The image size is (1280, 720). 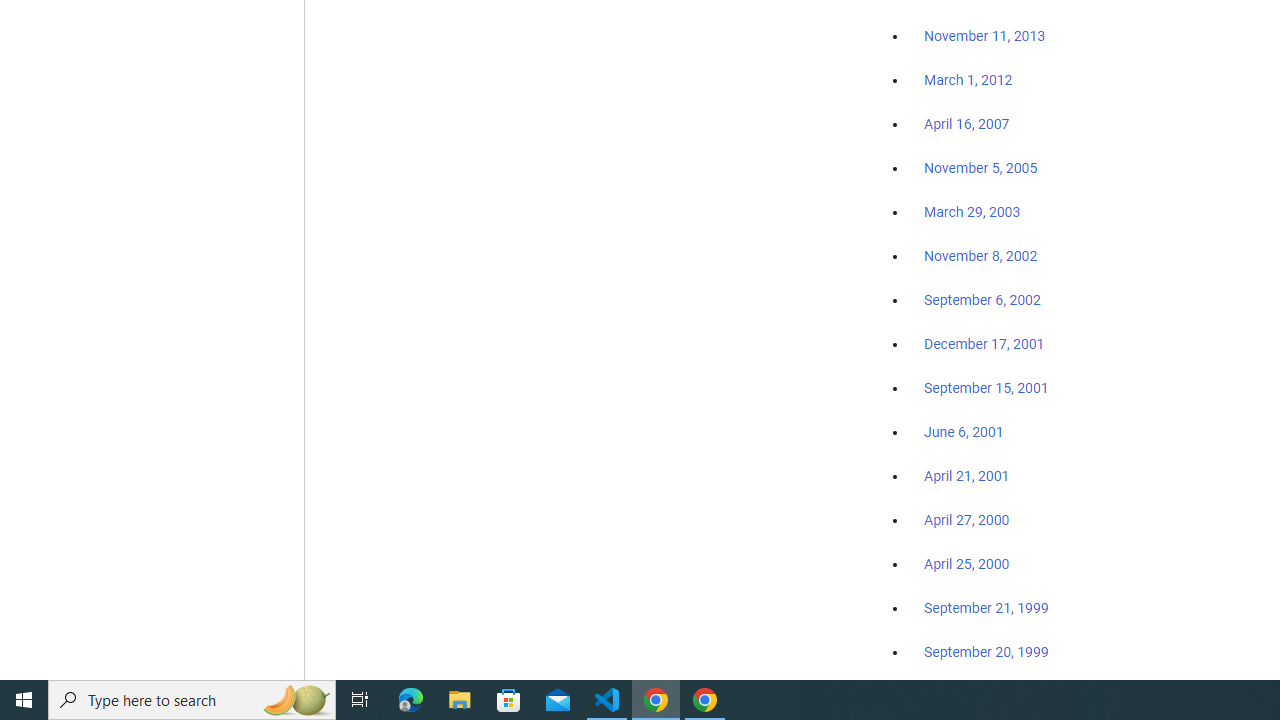 What do you see at coordinates (967, 476) in the screenshot?
I see `'April 21, 2001'` at bounding box center [967, 476].